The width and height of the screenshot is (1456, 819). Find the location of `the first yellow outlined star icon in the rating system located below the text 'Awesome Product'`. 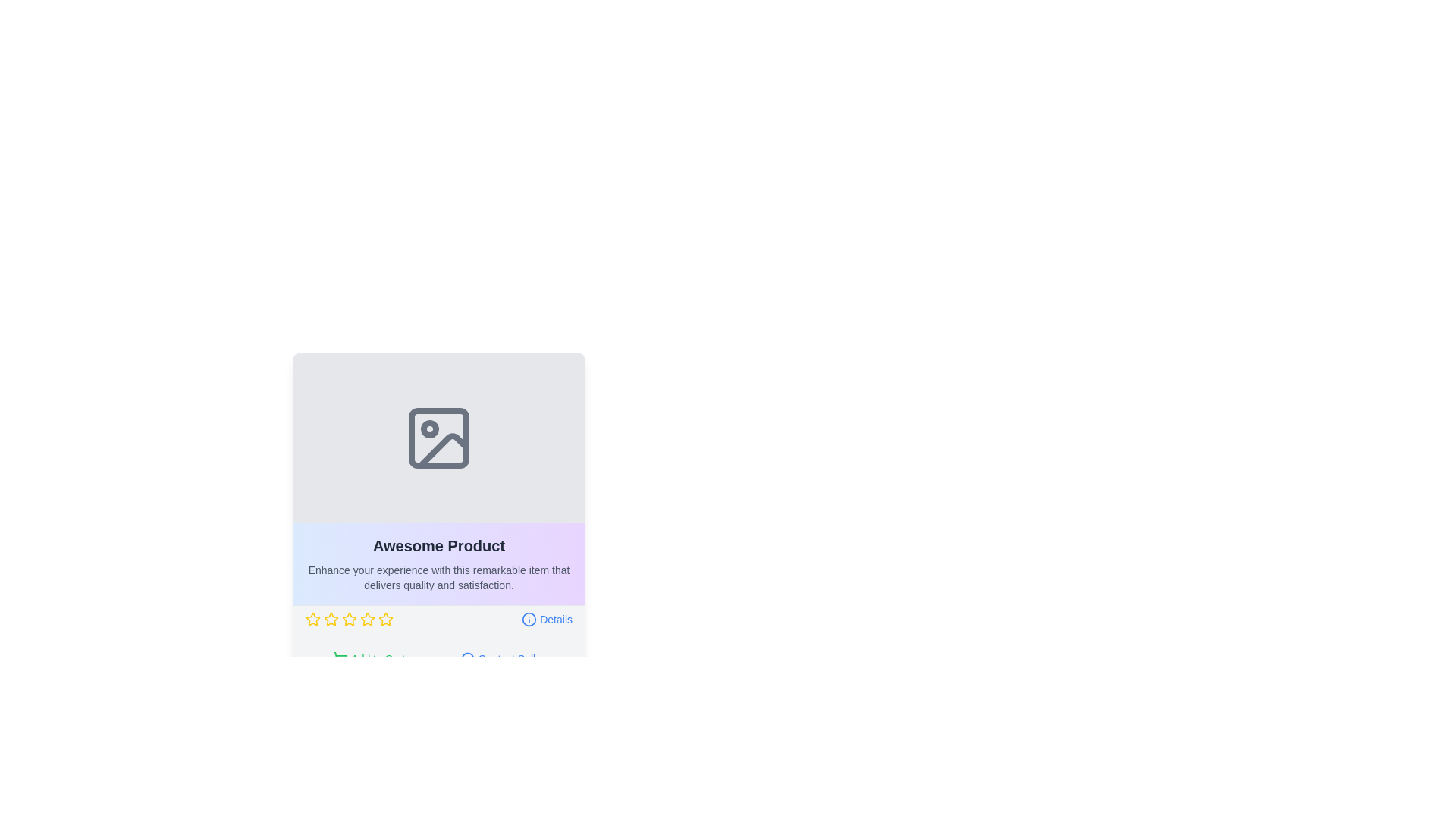

the first yellow outlined star icon in the rating system located below the text 'Awesome Product' is located at coordinates (330, 619).